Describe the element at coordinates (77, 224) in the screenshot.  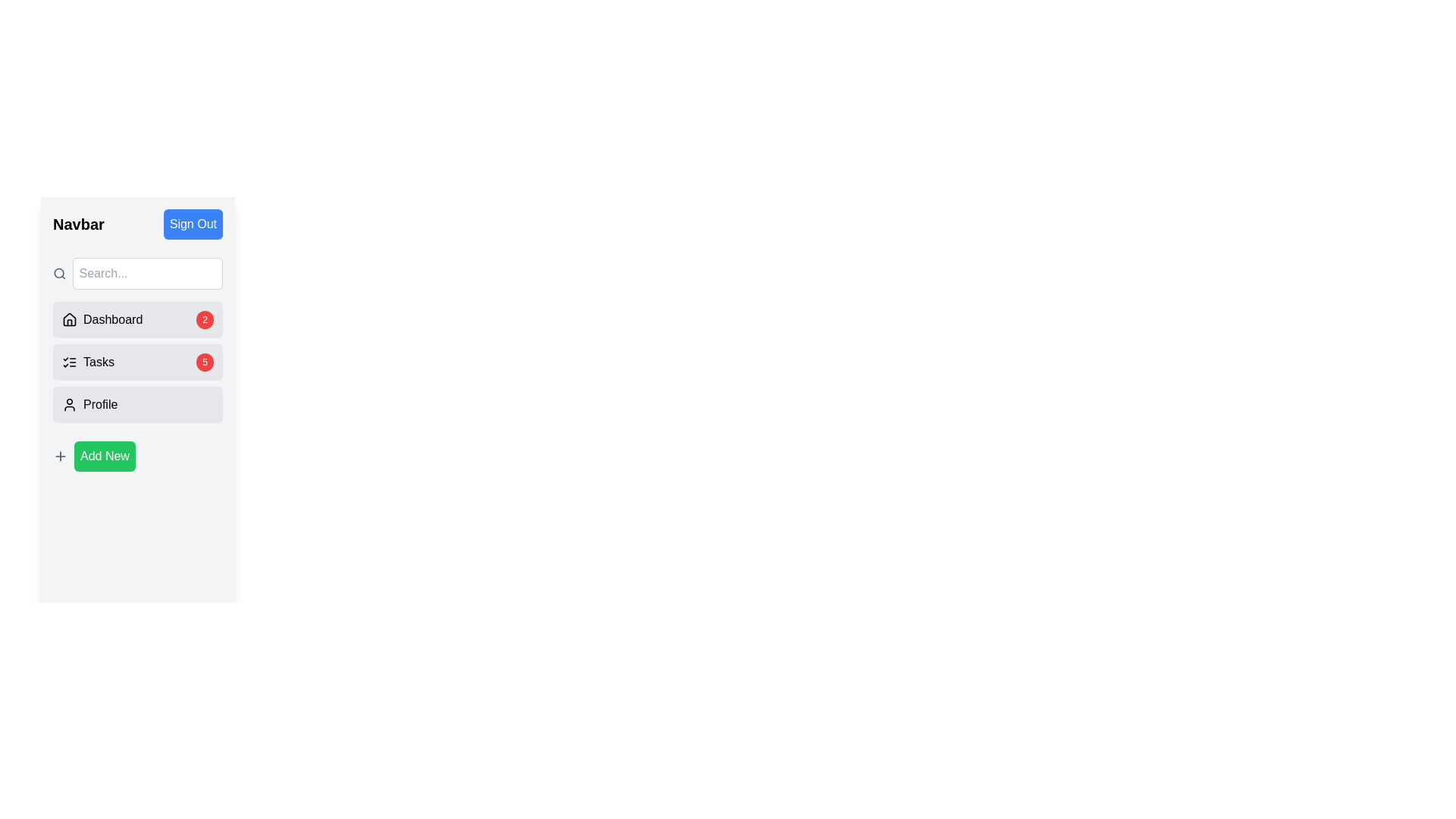
I see `the decorative Text label that serves as a title for the navigation section, located in the upper part of the sidebar layout, aligned with the 'Sign Out' button` at that location.